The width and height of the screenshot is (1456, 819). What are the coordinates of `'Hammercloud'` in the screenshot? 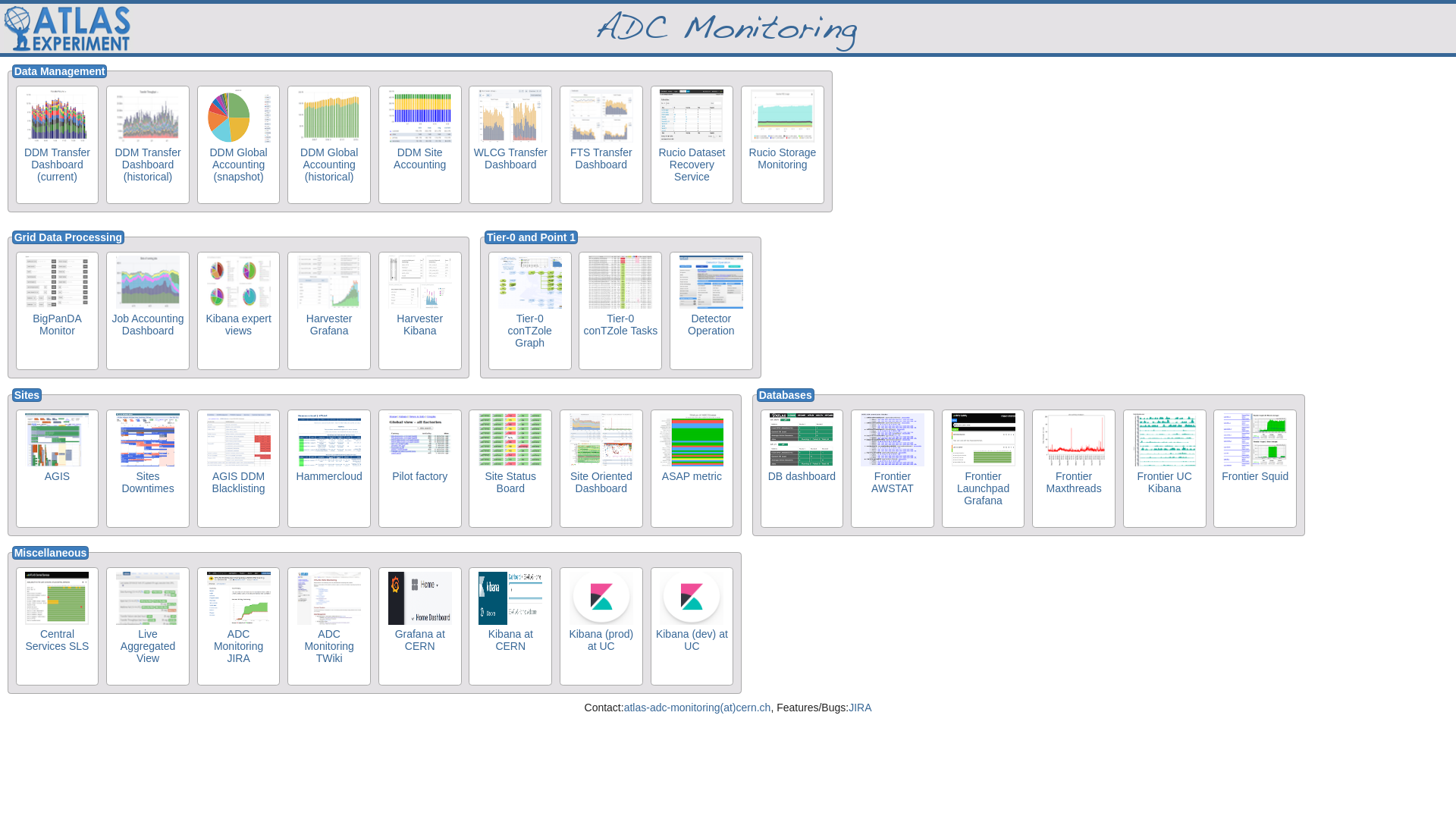 It's located at (328, 467).